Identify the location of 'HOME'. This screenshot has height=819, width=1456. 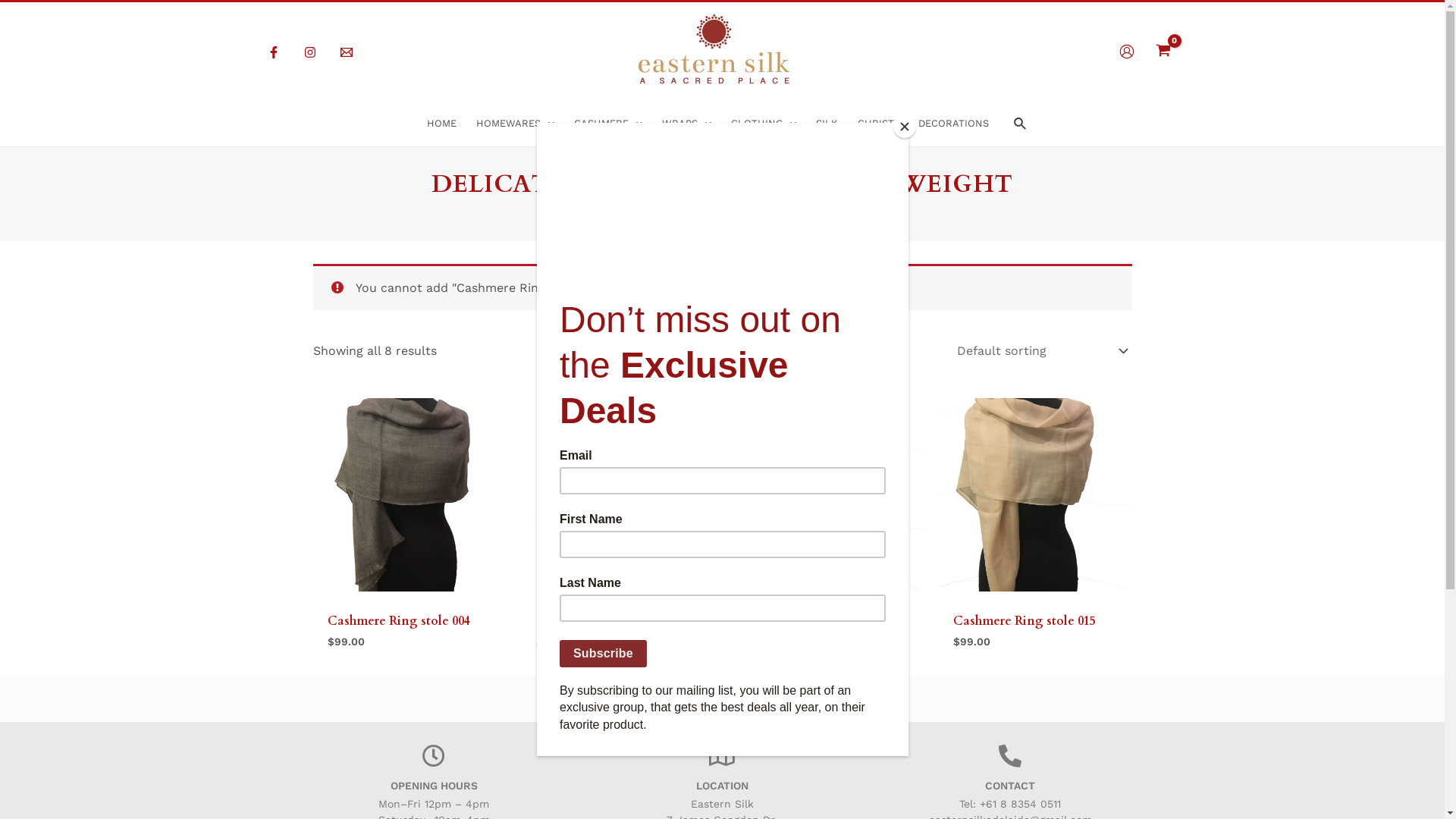
(441, 122).